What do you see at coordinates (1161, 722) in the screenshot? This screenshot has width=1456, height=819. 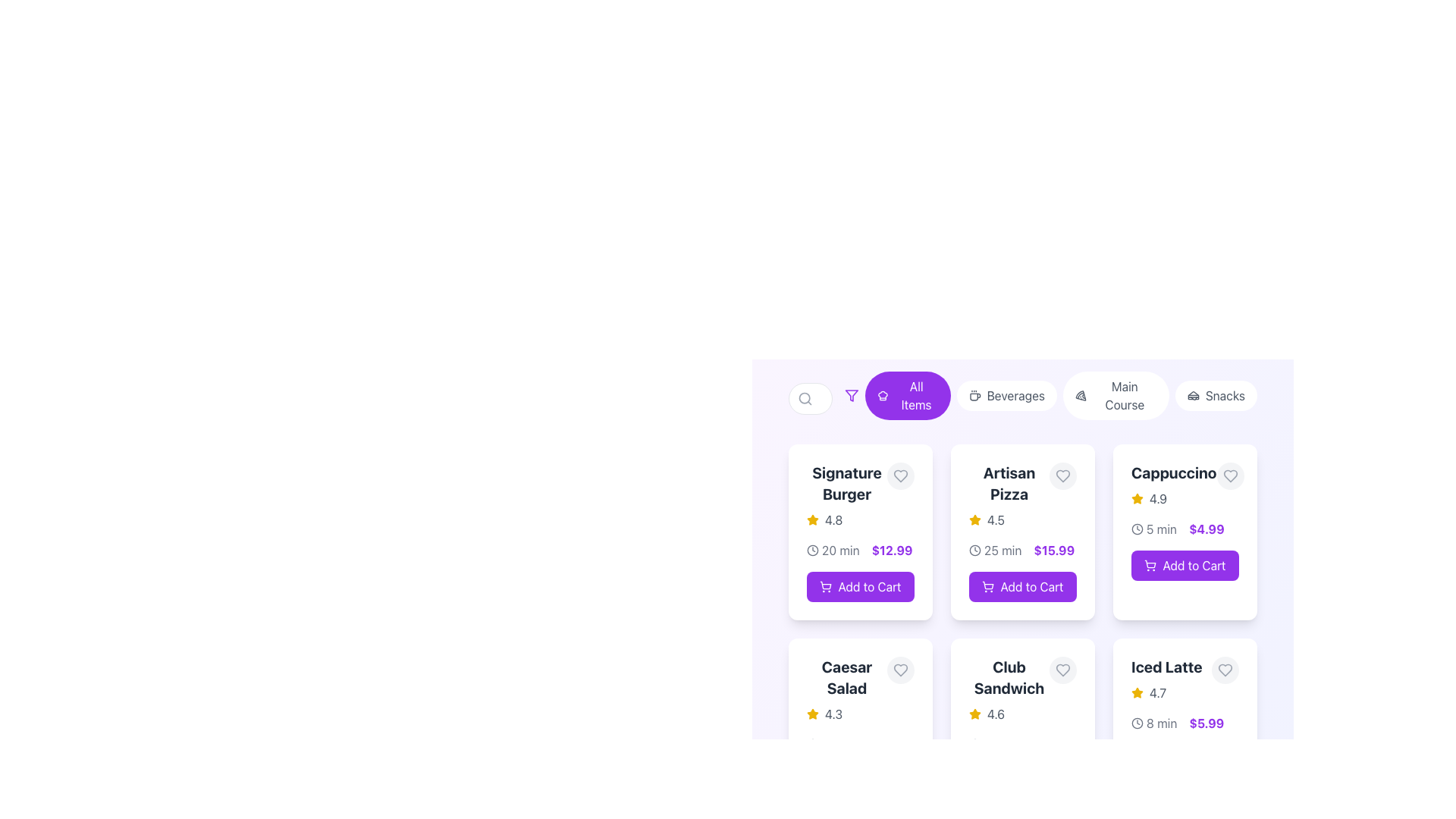 I see `the text label displaying '8 min', which is located in the bottom card of the rightmost column in the grid layout of menu items, specifically in the 'Iced Latte' card, to the left of the price label and below the star rating` at bounding box center [1161, 722].